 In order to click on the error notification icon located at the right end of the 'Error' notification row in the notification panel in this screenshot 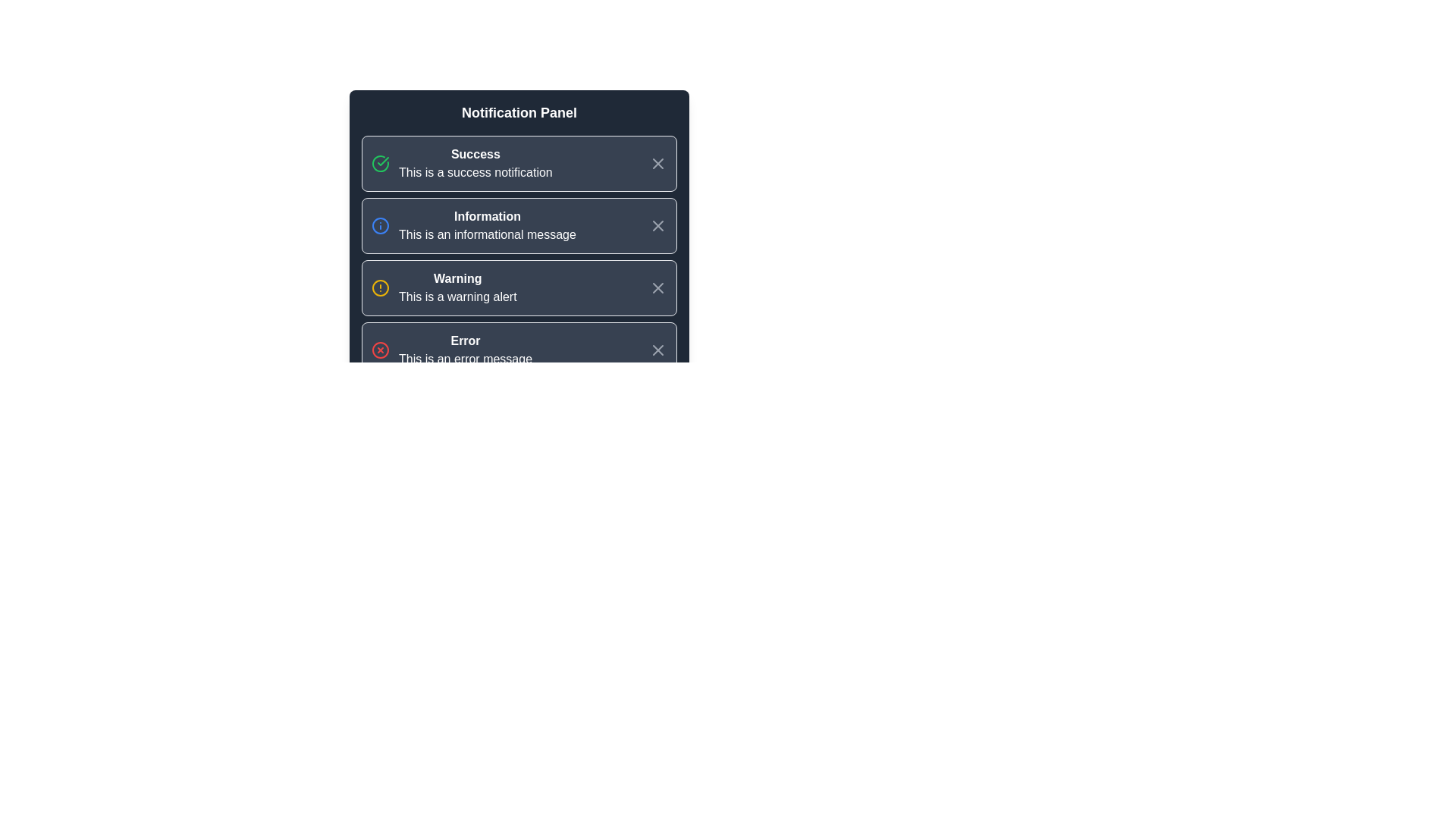, I will do `click(381, 350)`.